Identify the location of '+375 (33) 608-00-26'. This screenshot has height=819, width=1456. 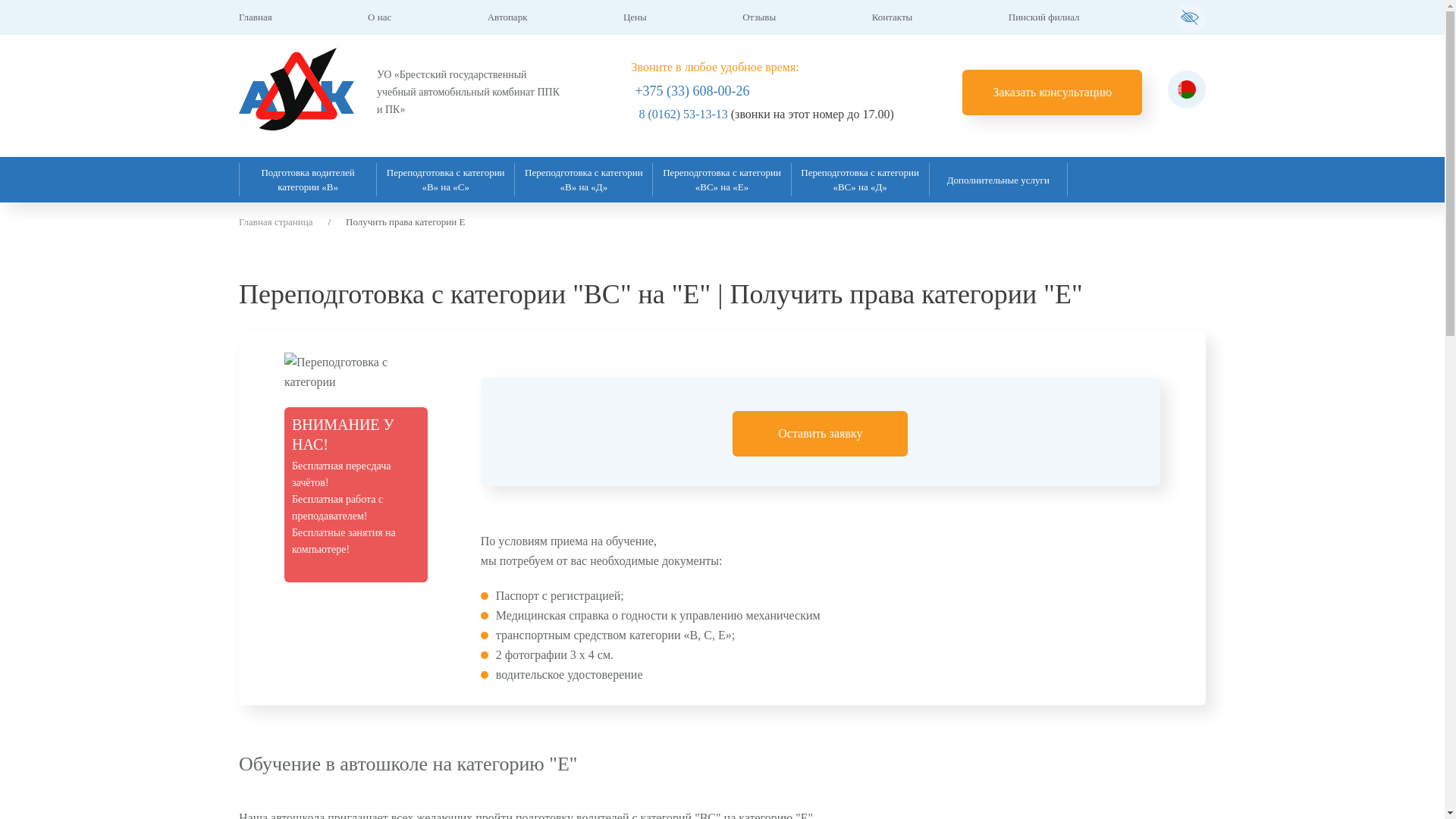
(691, 90).